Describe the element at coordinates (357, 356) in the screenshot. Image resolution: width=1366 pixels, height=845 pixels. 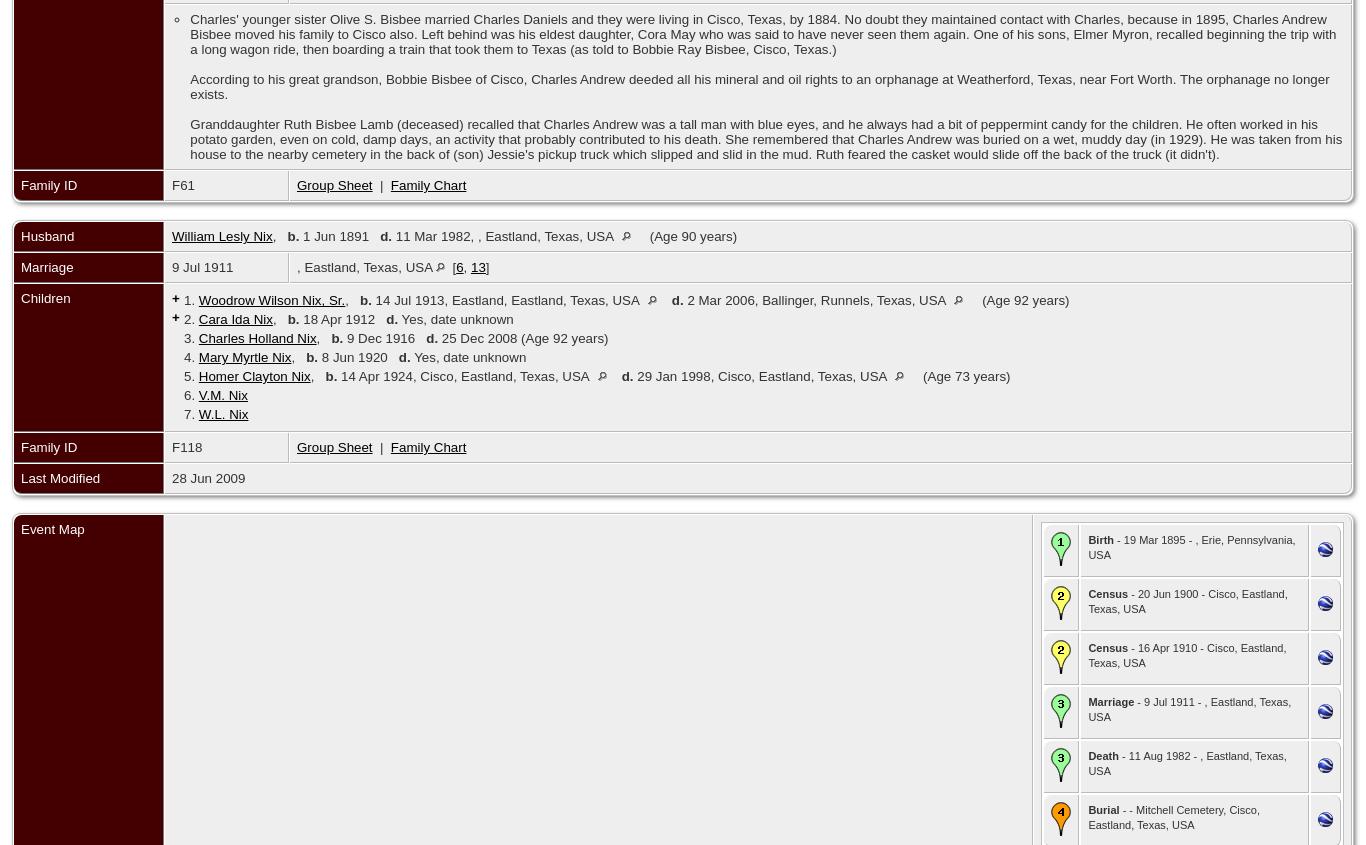
I see `'8 Jun 1920'` at that location.